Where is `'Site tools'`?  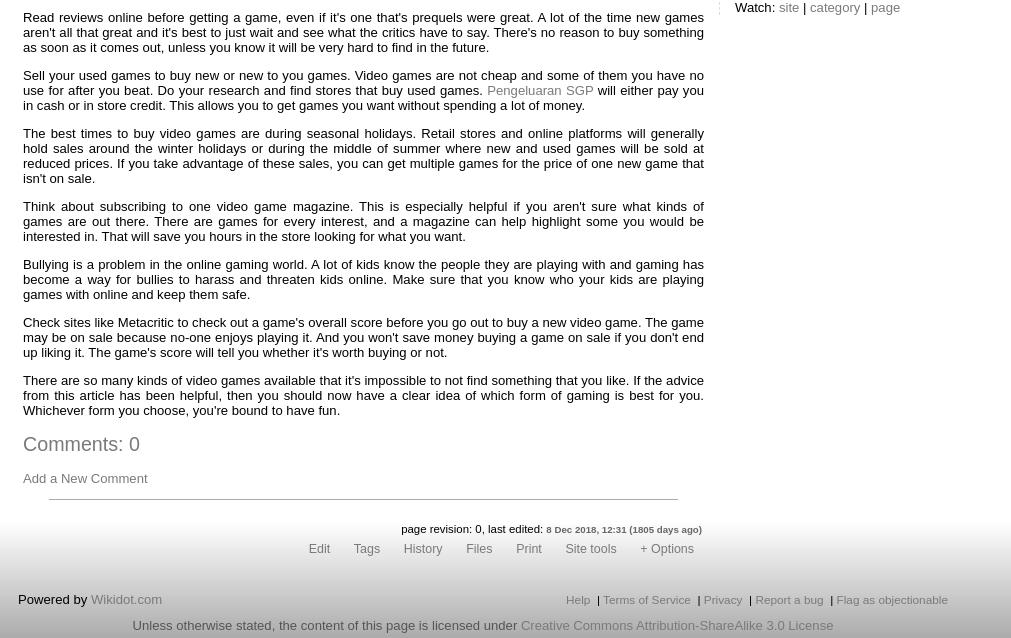
'Site tools' is located at coordinates (565, 548).